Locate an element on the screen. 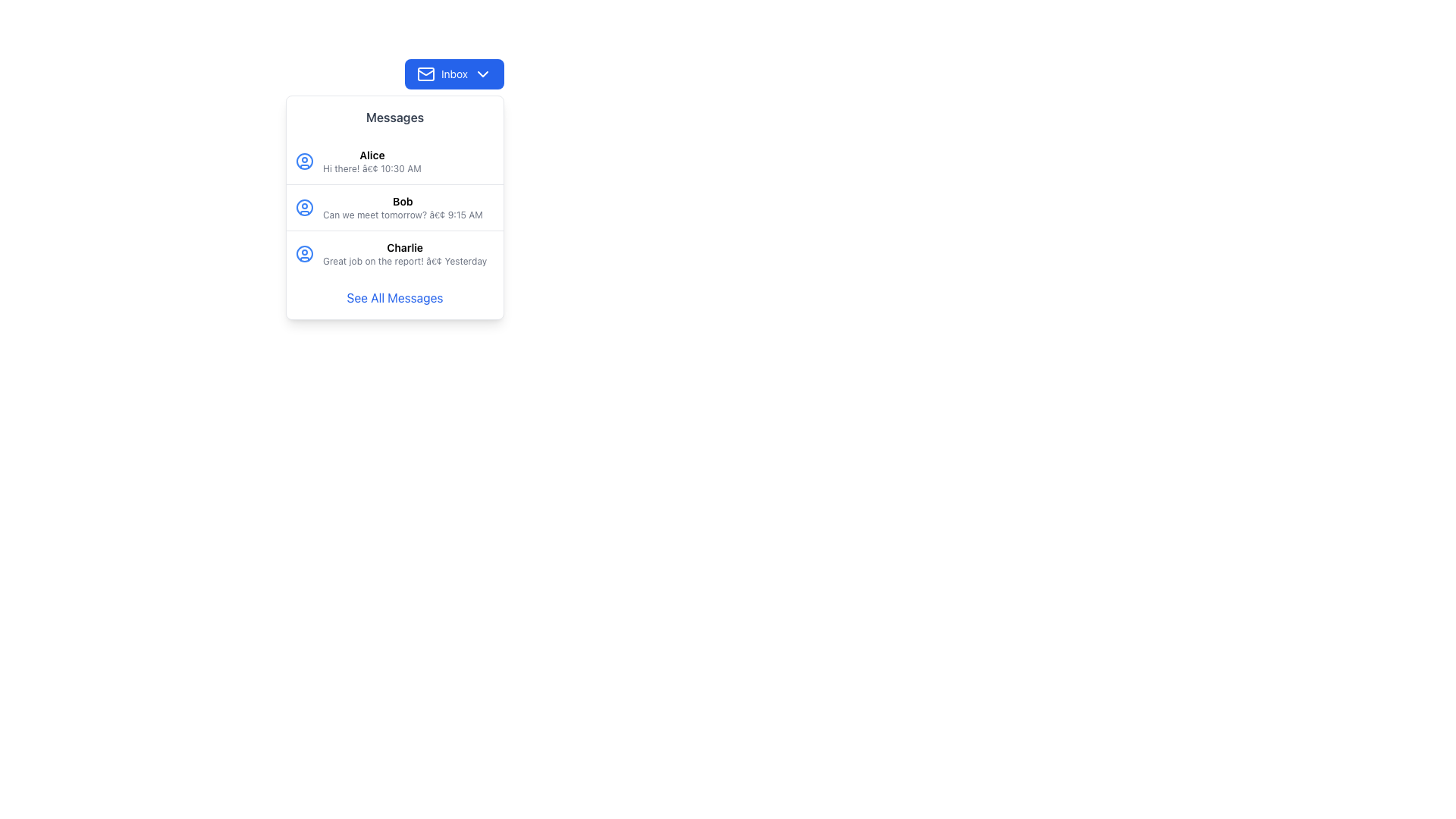  the Message Preview Item that displays 'Charlie' in bold font and a message snippet with a timestamp is located at coordinates (405, 253).